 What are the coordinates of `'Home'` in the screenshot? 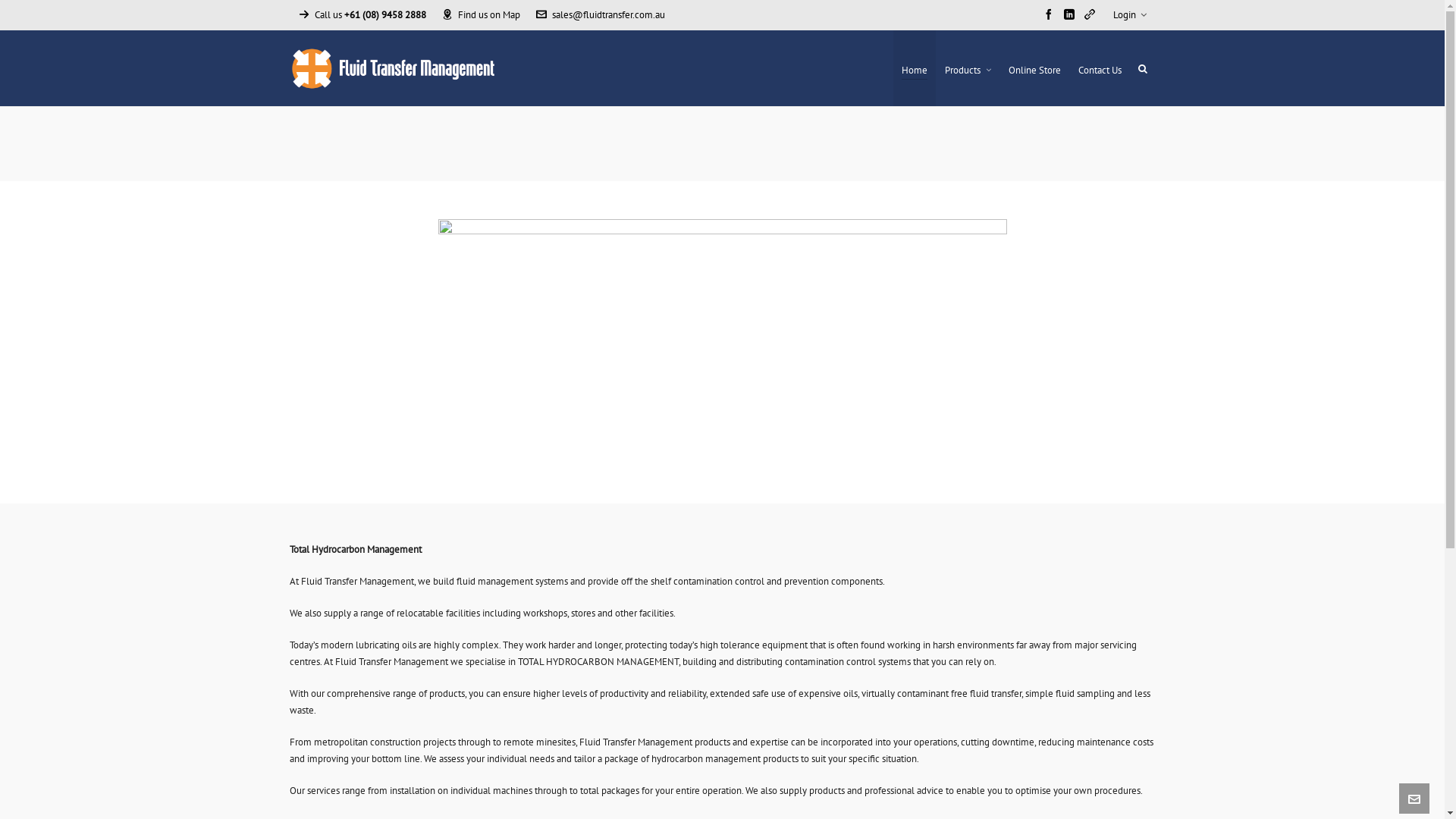 It's located at (913, 67).